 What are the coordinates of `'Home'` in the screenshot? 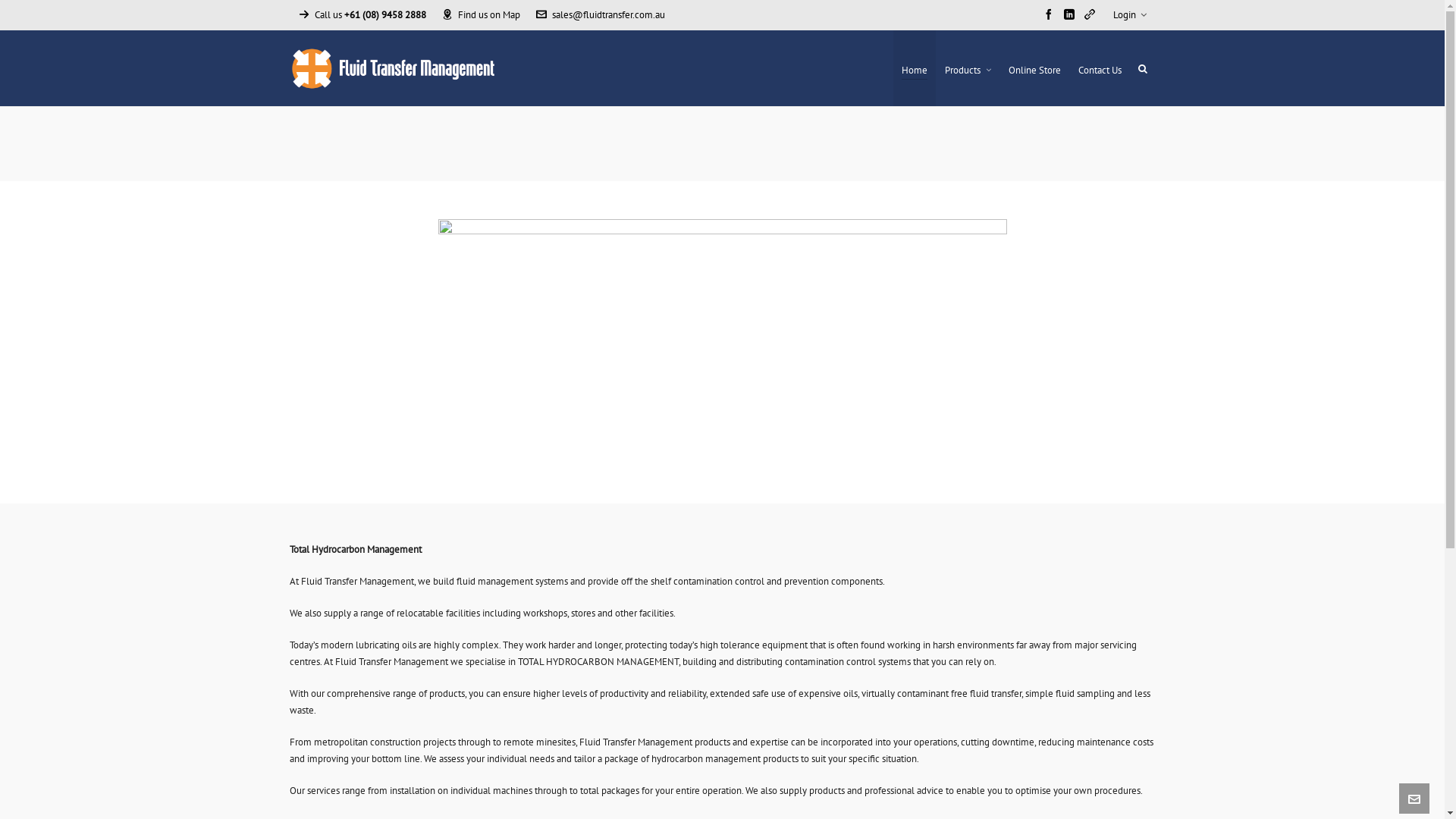 It's located at (913, 67).